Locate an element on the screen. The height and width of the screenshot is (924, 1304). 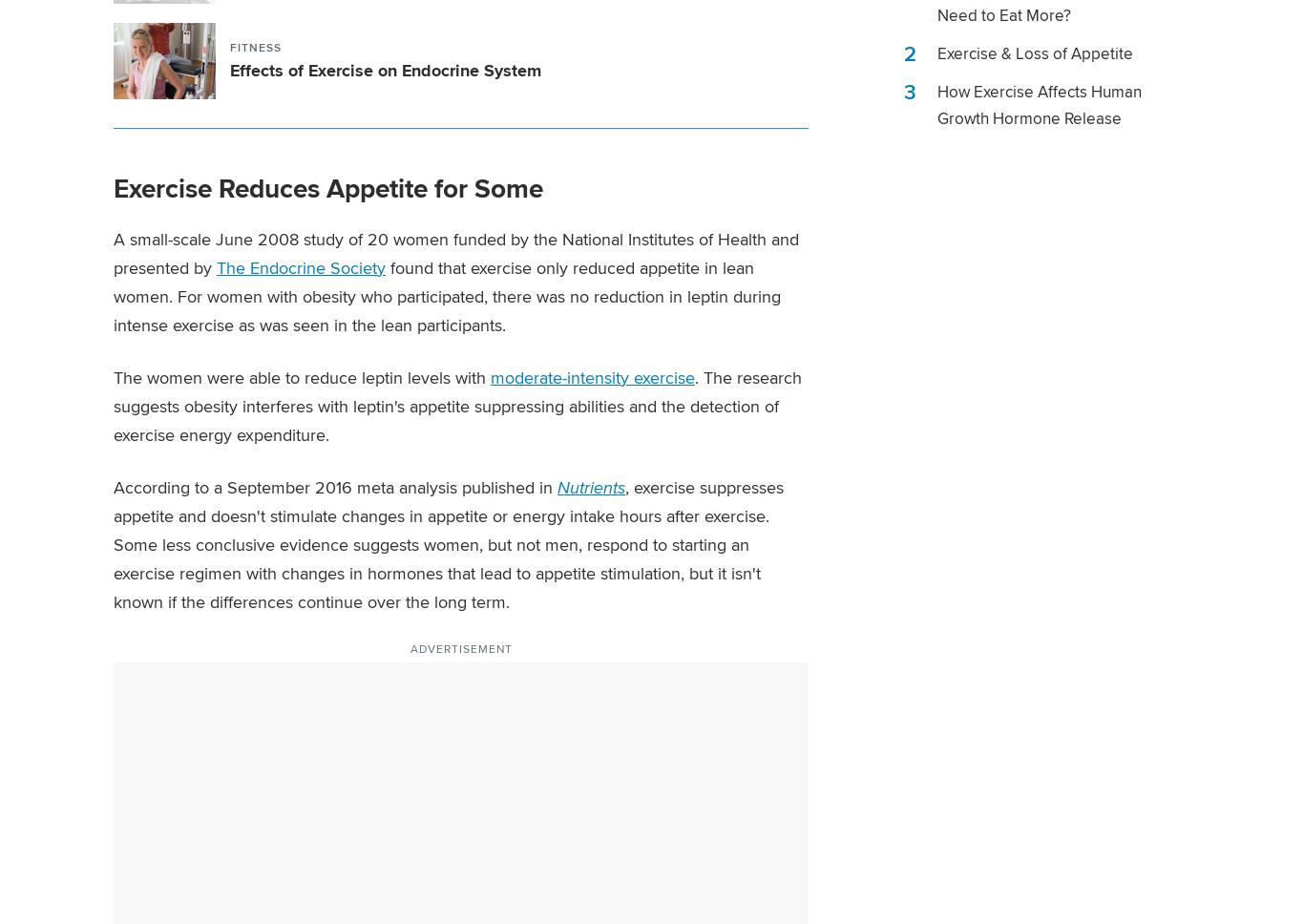
'Nutrients' is located at coordinates (590, 486).